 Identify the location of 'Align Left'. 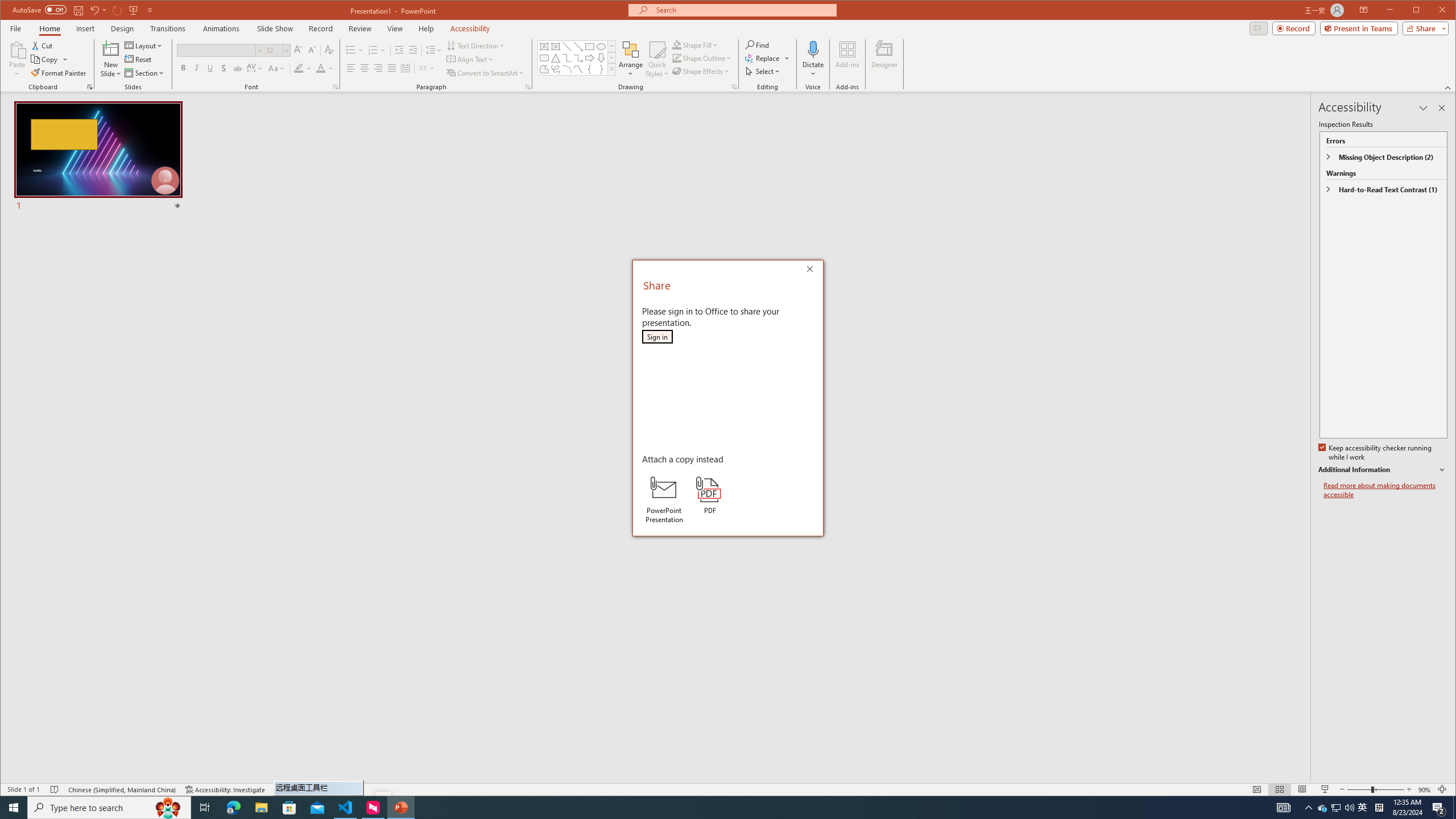
(350, 68).